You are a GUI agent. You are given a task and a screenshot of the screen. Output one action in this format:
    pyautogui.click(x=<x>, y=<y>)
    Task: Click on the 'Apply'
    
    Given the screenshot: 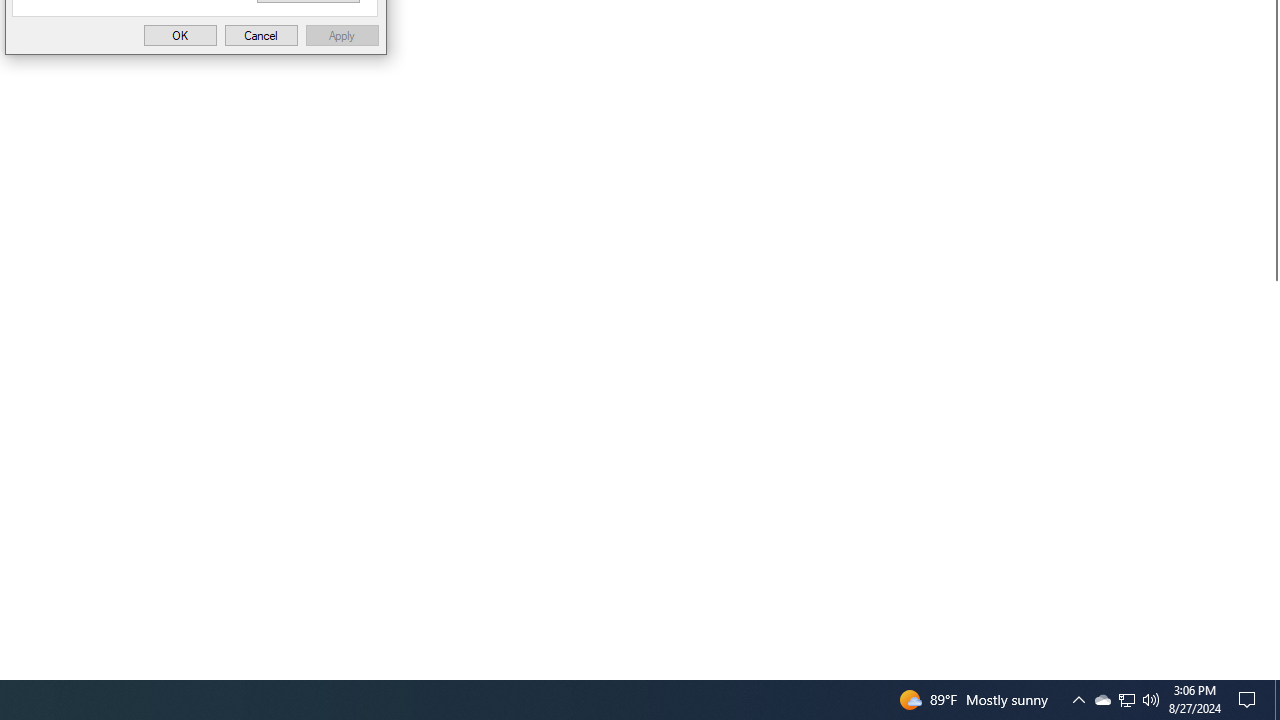 What is the action you would take?
    pyautogui.click(x=342, y=35)
    